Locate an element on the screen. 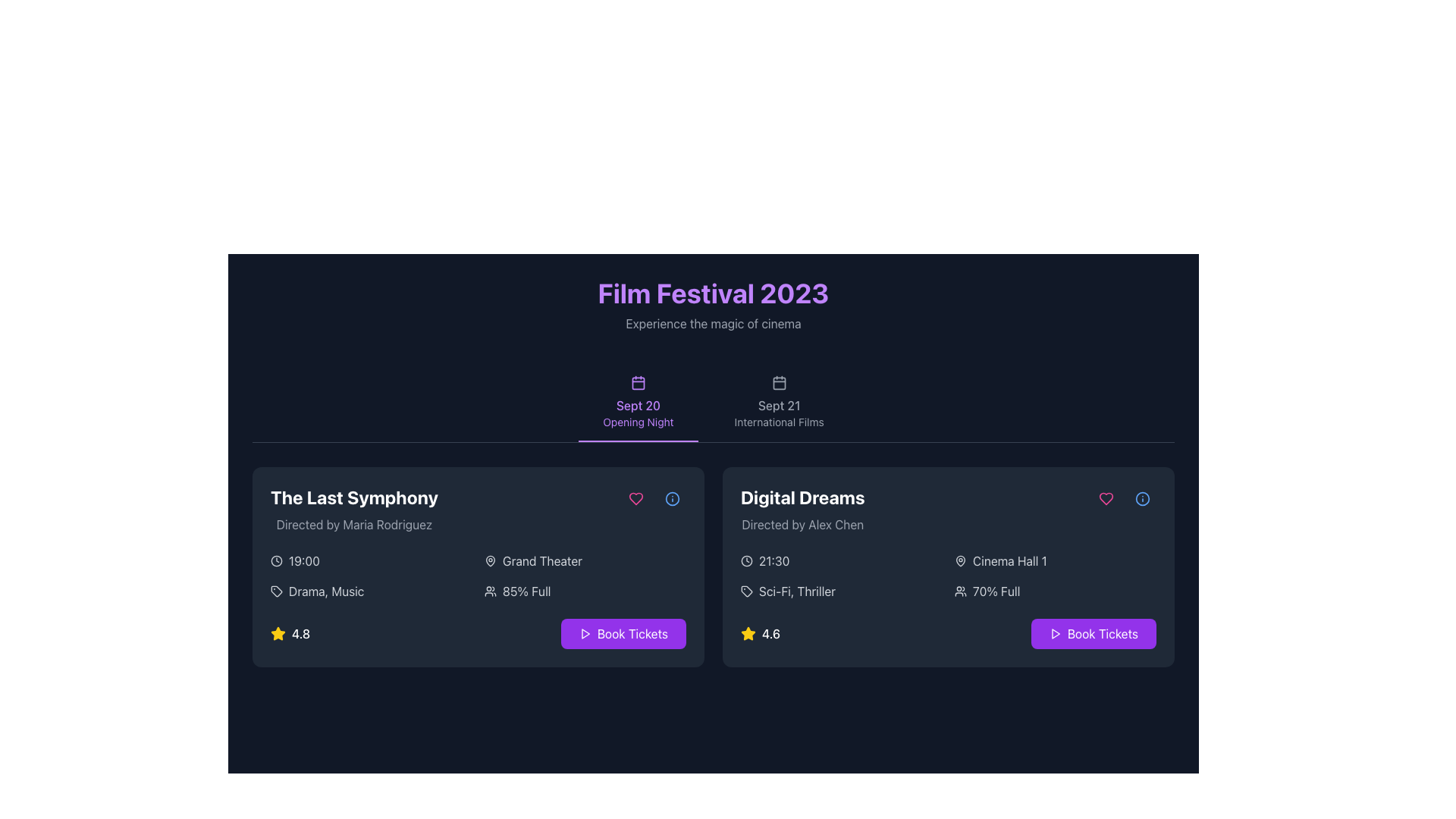  the static text label displaying the rating score for the 'Digital Dreams' event, located at the bottom right of the panel, next to the yellow star icon is located at coordinates (771, 634).